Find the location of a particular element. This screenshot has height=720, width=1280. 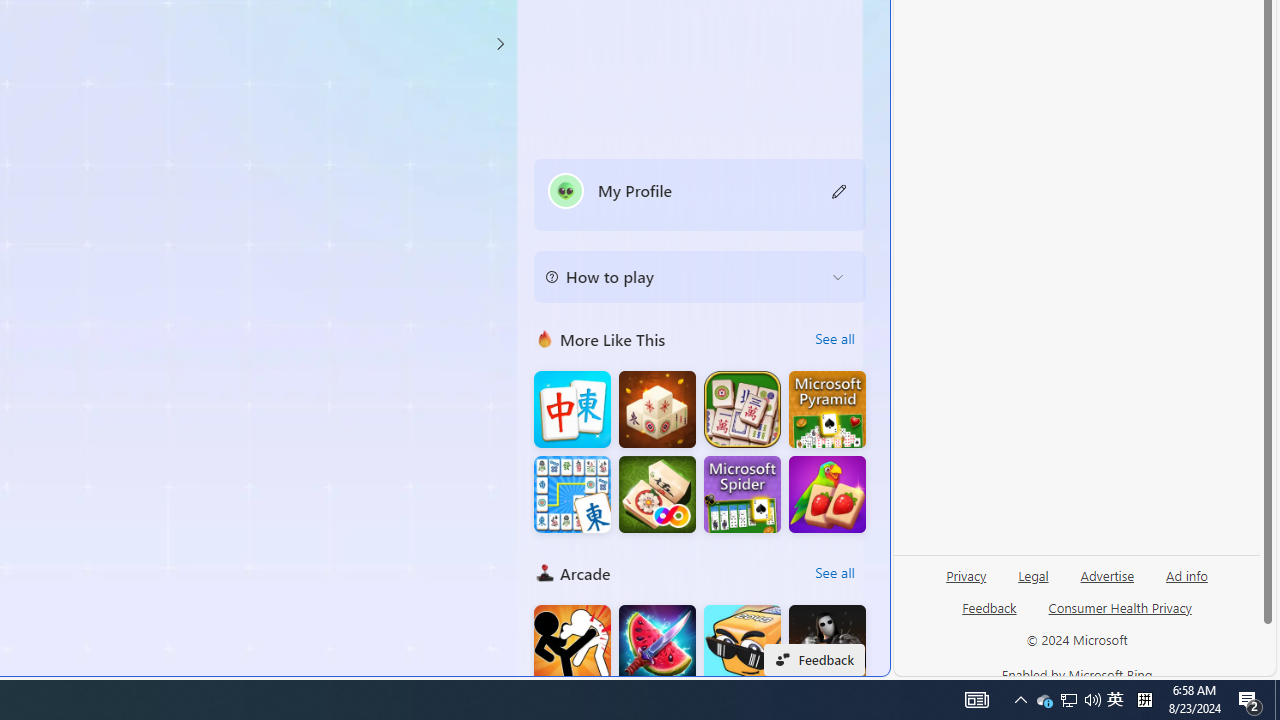

'See all' is located at coordinates (835, 573).